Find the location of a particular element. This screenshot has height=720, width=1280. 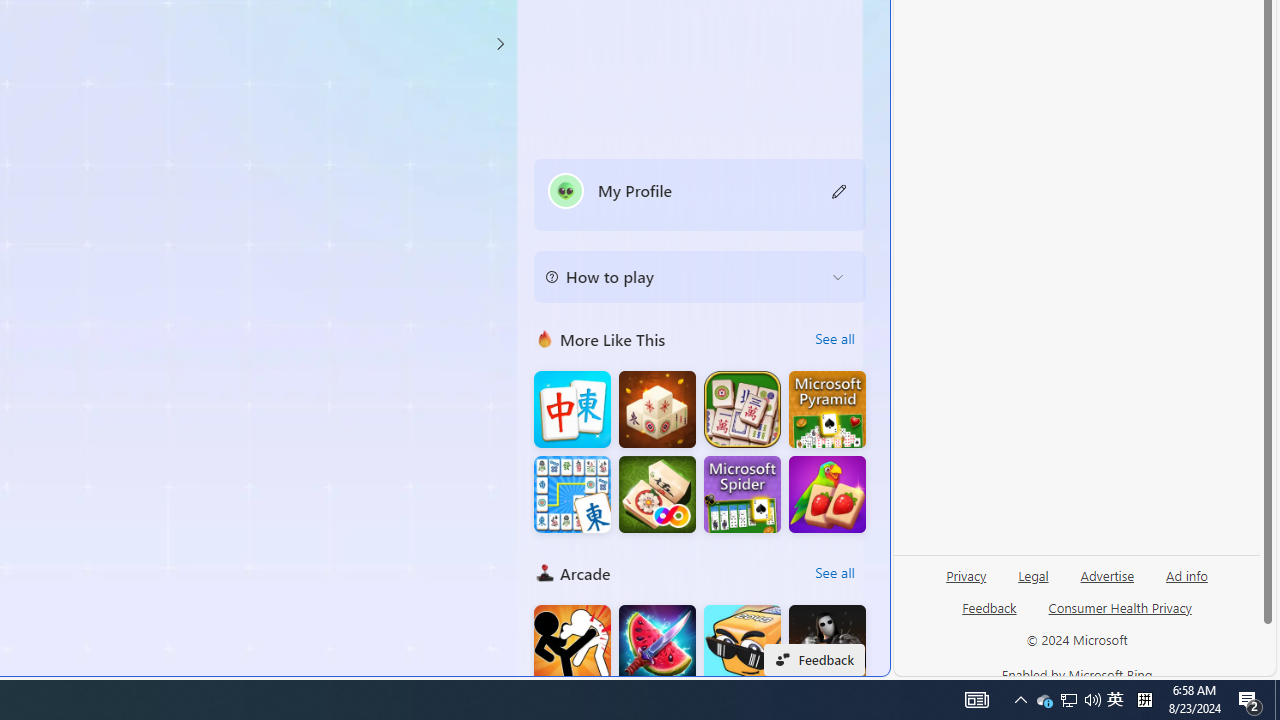

'See all' is located at coordinates (835, 573).